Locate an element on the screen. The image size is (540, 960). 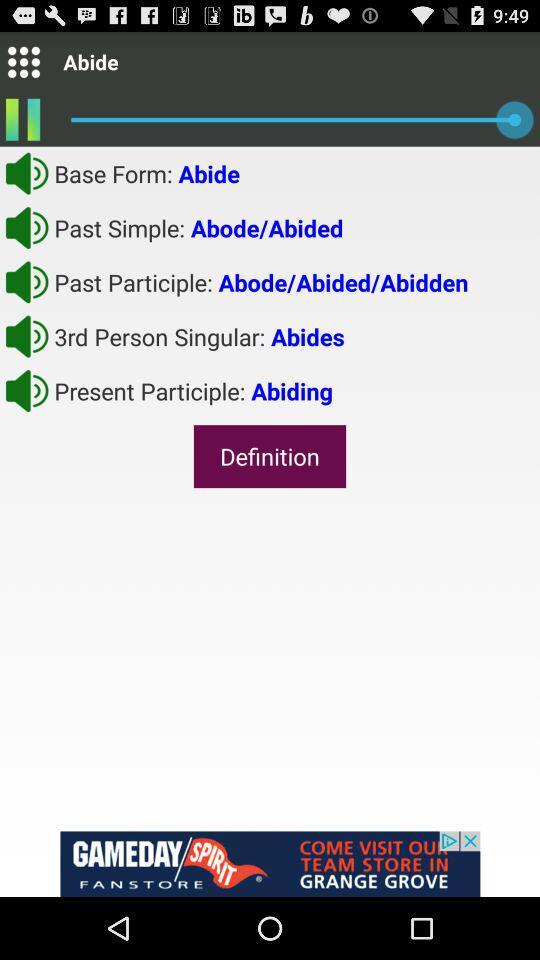
for audio is located at coordinates (26, 389).